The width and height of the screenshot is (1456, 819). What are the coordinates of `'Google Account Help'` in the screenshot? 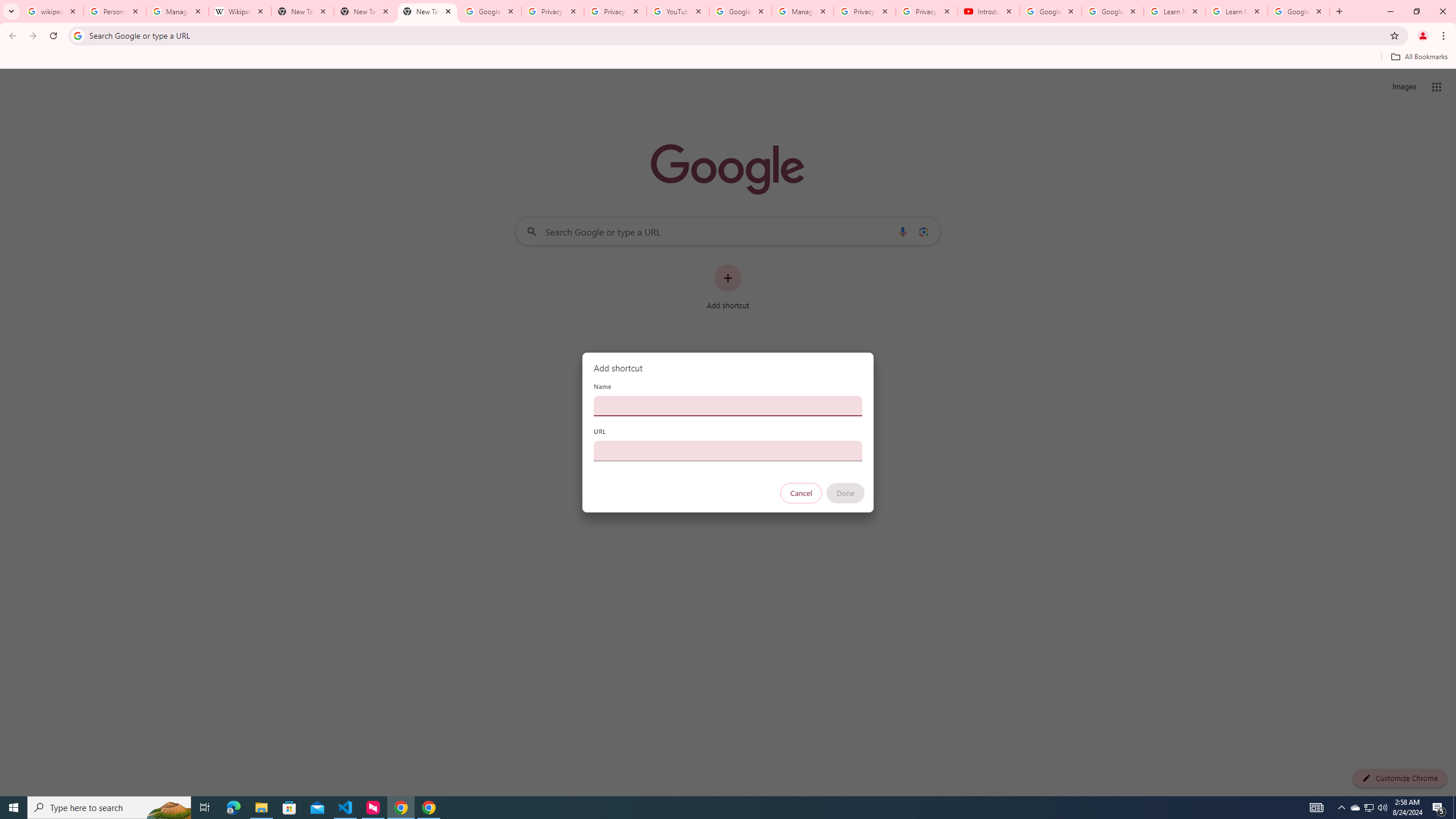 It's located at (1050, 11).